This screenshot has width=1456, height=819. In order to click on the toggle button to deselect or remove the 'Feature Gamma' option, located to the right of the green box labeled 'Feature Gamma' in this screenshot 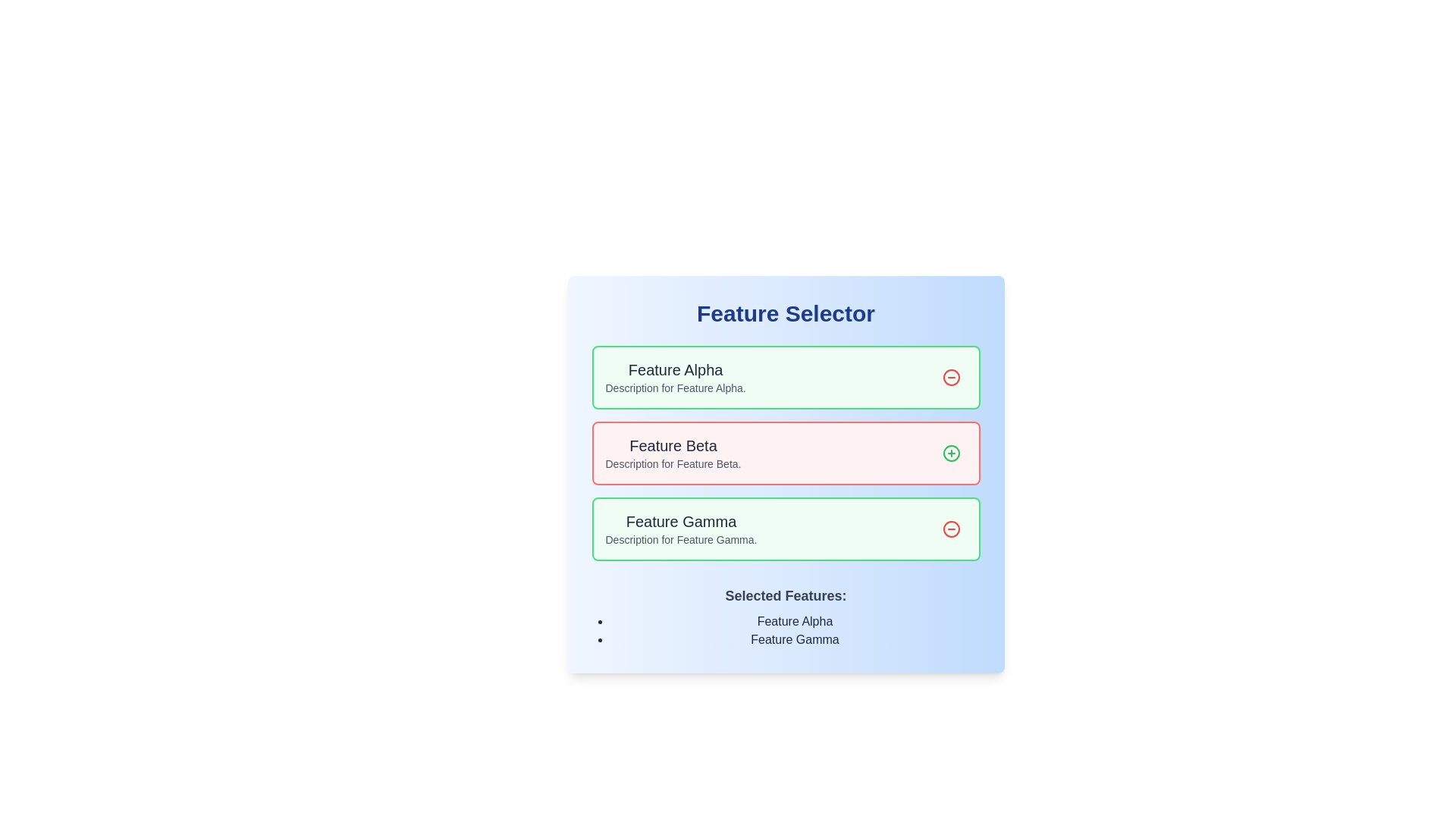, I will do `click(950, 529)`.